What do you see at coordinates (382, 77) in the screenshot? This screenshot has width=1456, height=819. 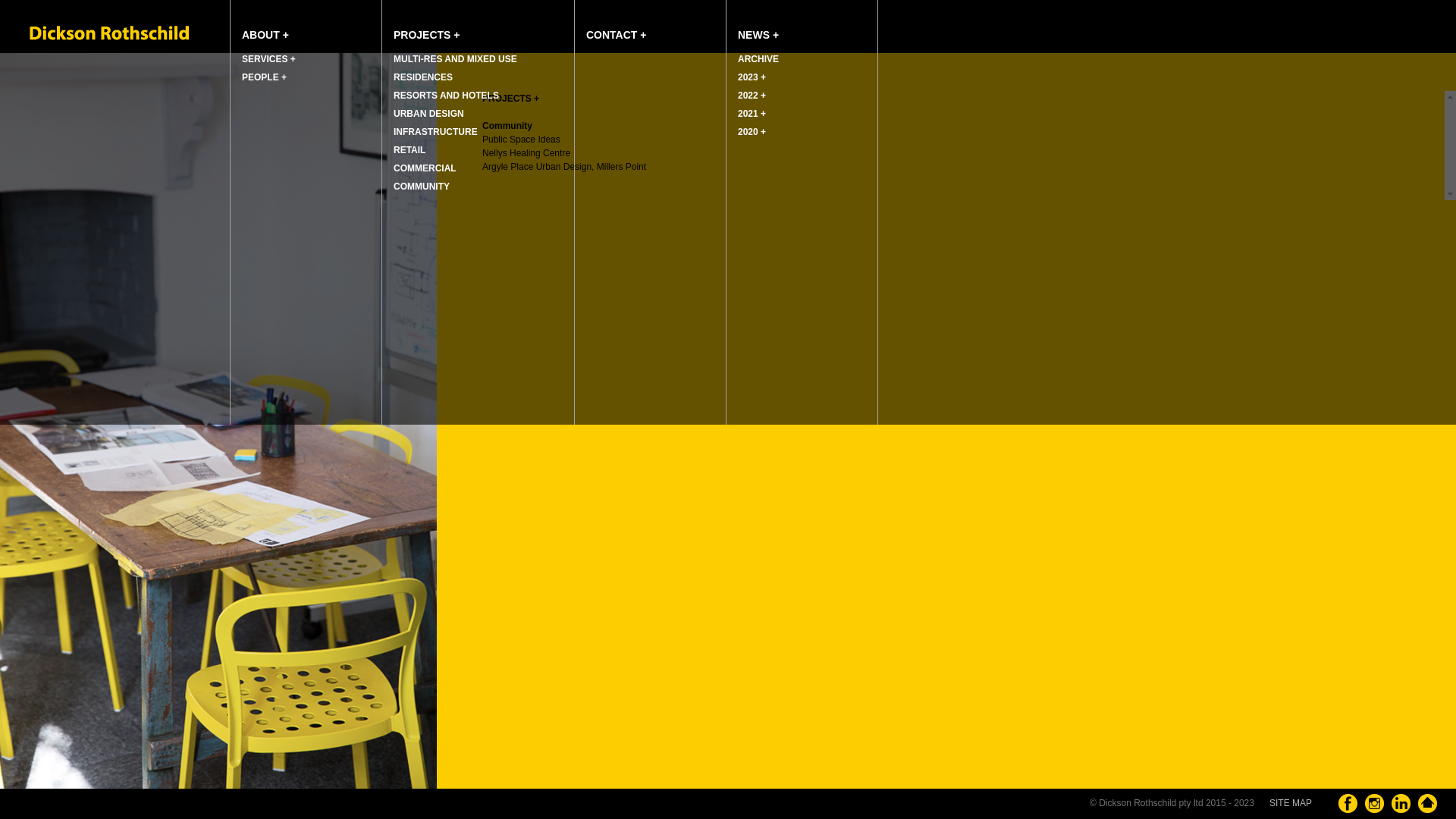 I see `'RESIDENCES'` at bounding box center [382, 77].